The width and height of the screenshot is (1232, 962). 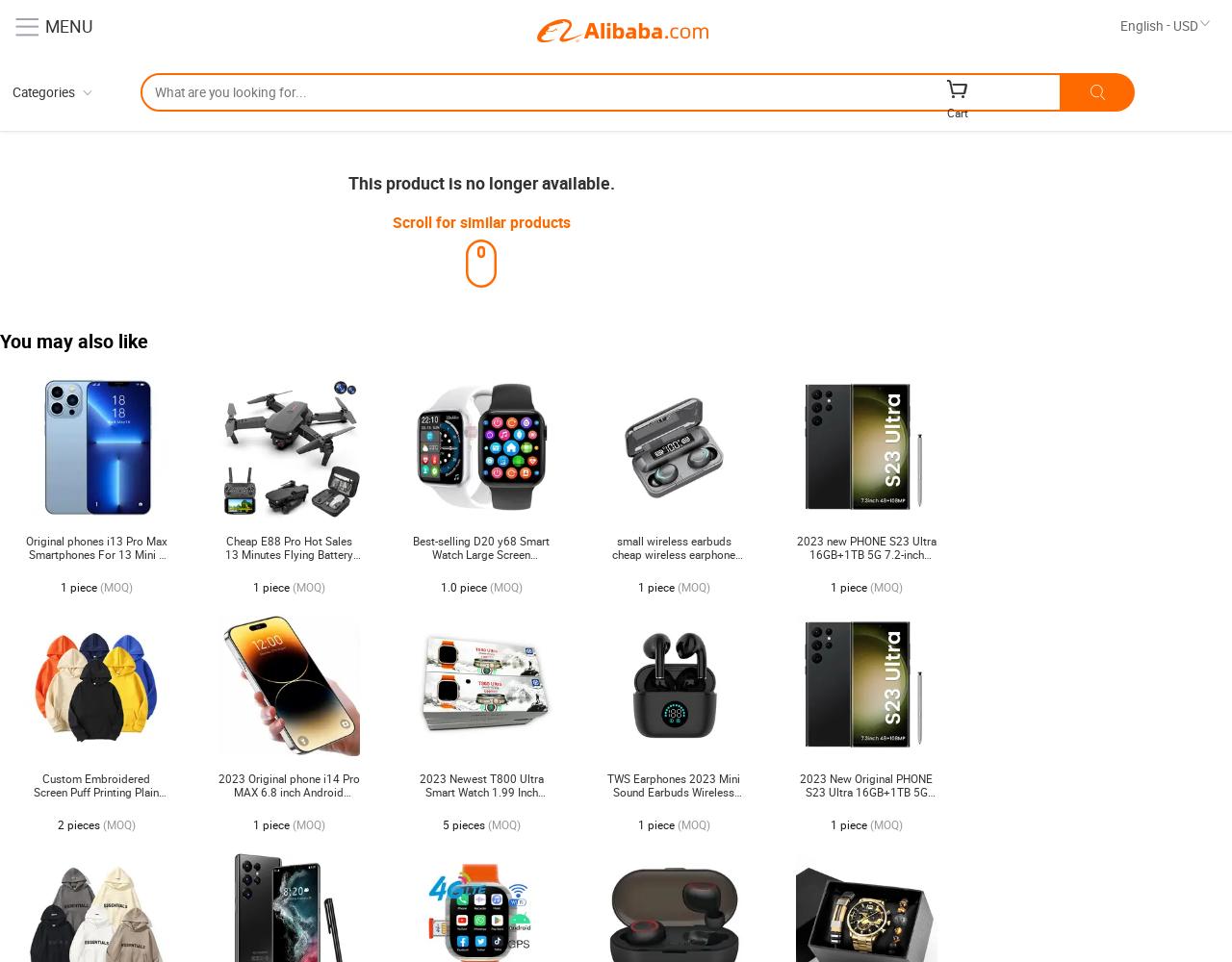 What do you see at coordinates (947, 112) in the screenshot?
I see `'Cart'` at bounding box center [947, 112].